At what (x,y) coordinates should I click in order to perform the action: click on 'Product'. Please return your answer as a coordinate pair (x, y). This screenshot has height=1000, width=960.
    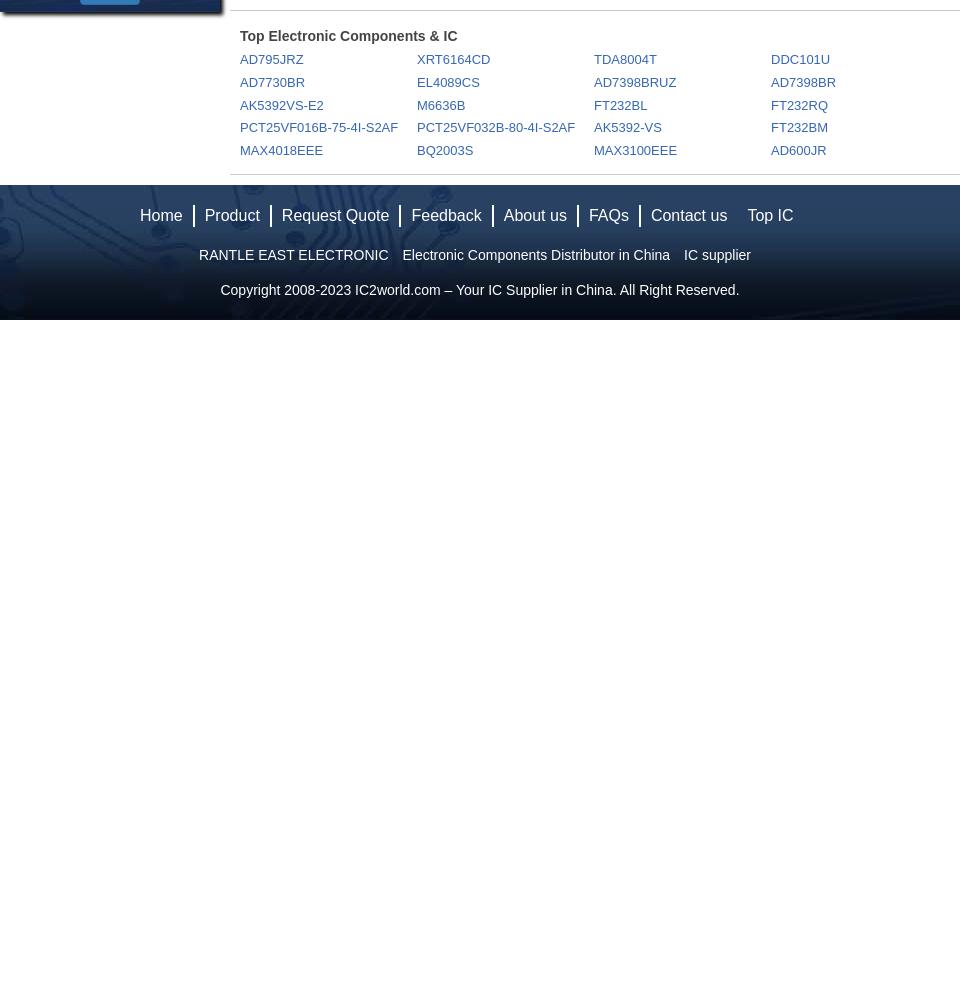
    Looking at the image, I should click on (231, 214).